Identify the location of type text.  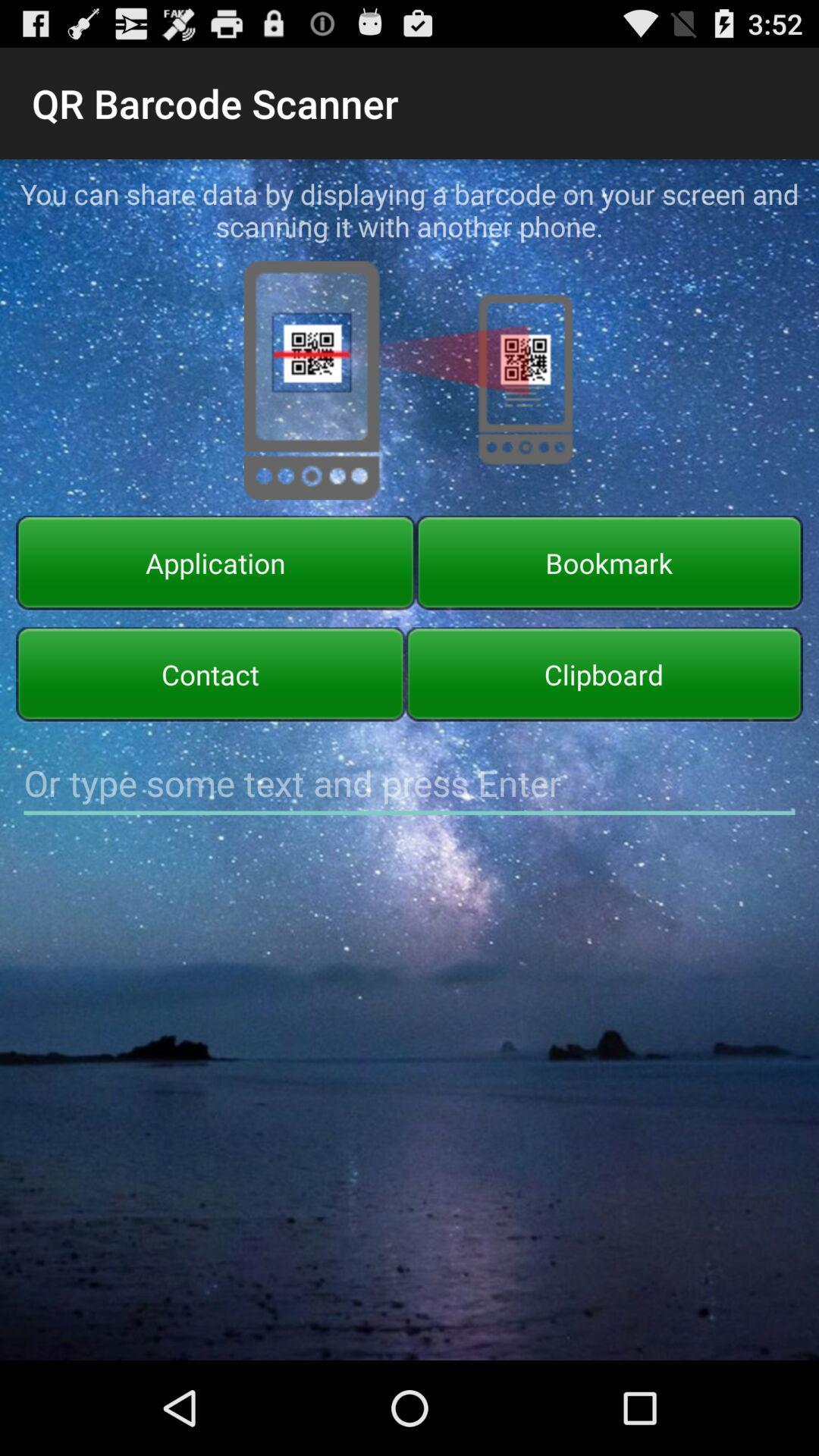
(409, 783).